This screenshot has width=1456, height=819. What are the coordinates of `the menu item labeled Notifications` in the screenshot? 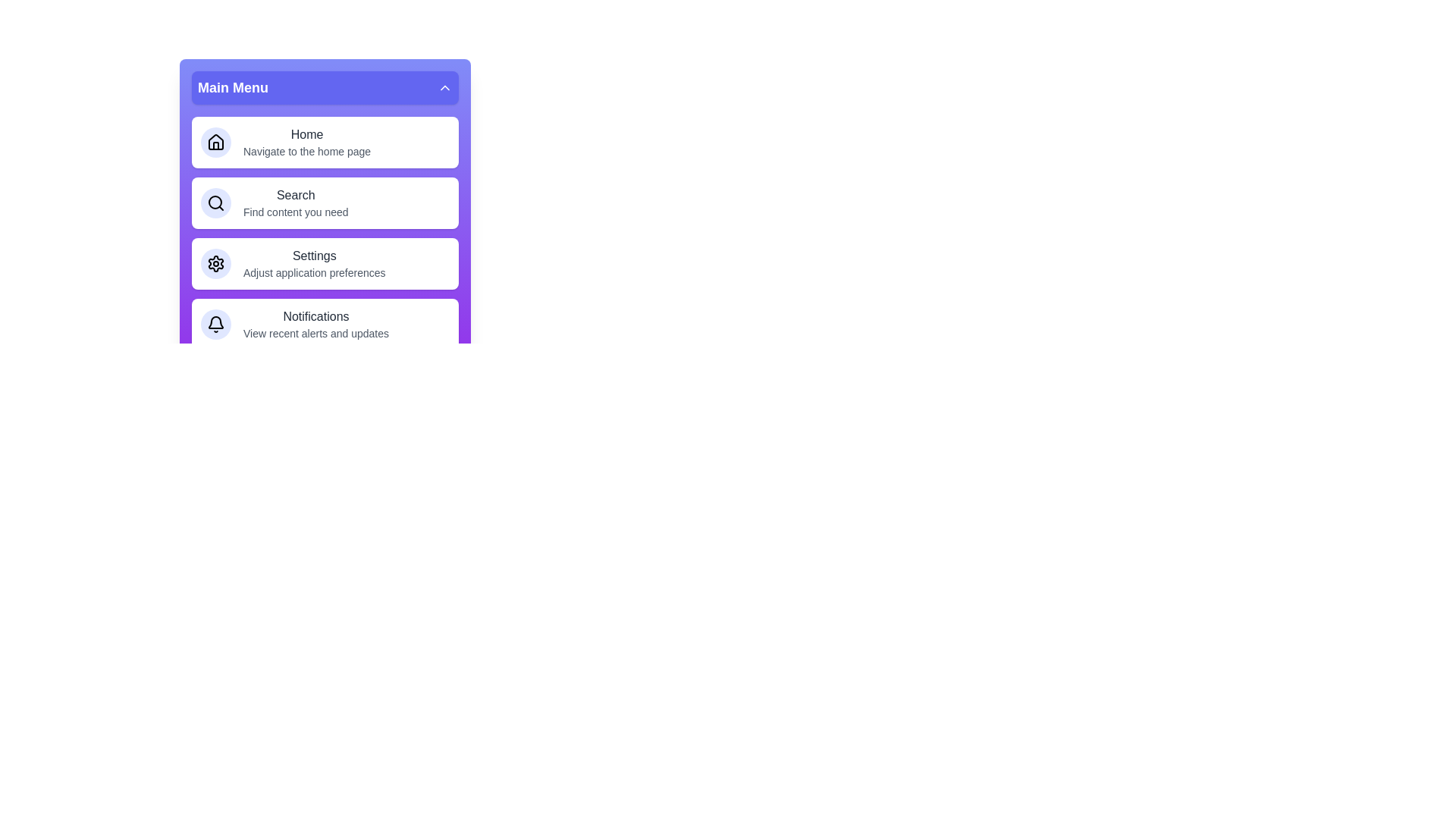 It's located at (324, 324).